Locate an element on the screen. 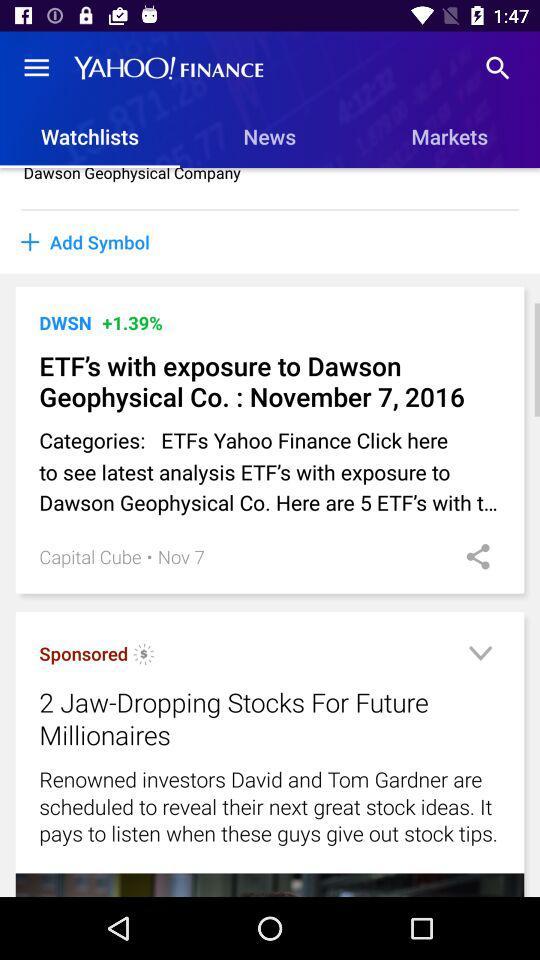 The image size is (540, 960). expand is located at coordinates (479, 655).